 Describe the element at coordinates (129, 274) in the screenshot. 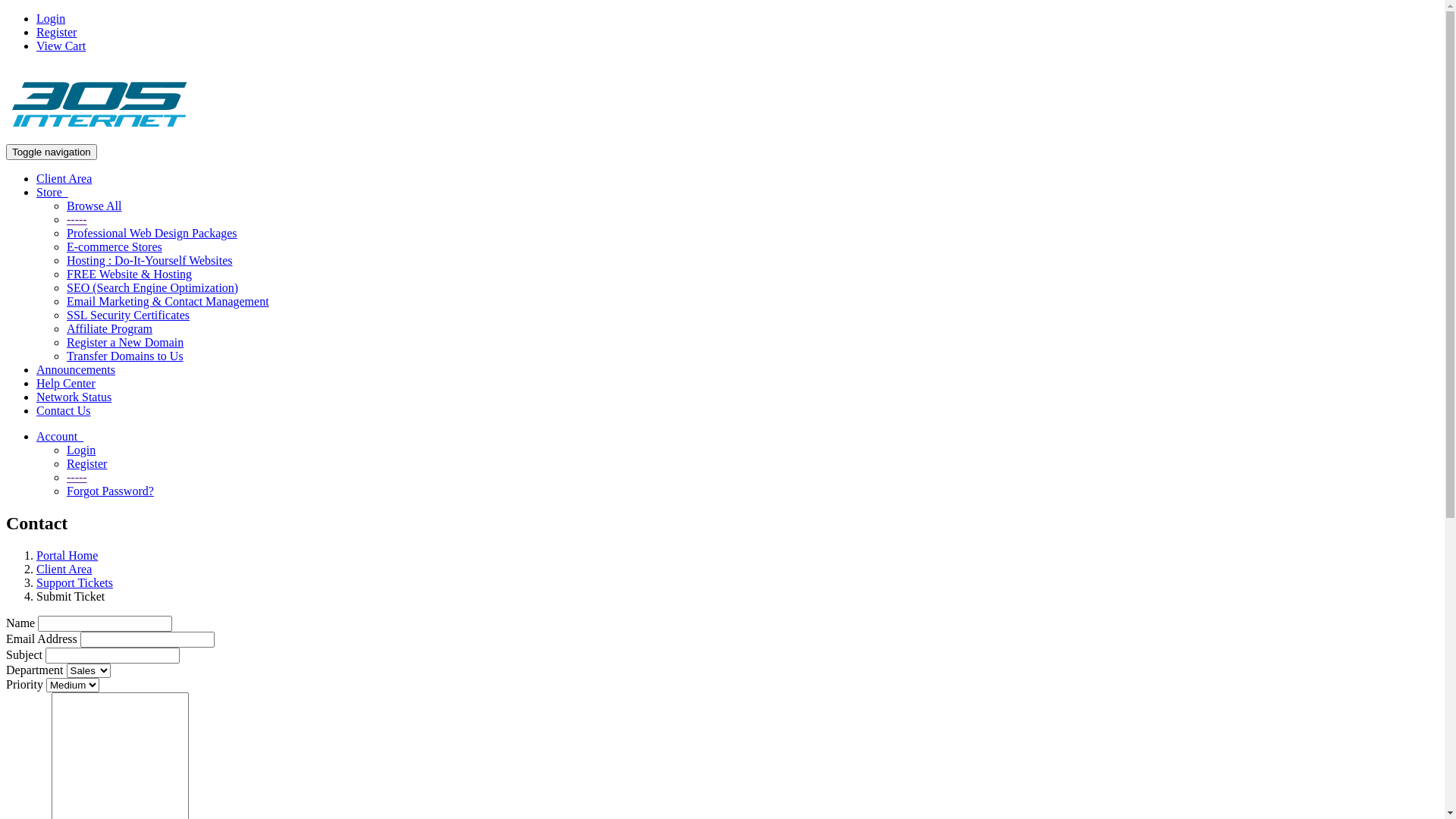

I see `'FREE Website & Hosting'` at that location.